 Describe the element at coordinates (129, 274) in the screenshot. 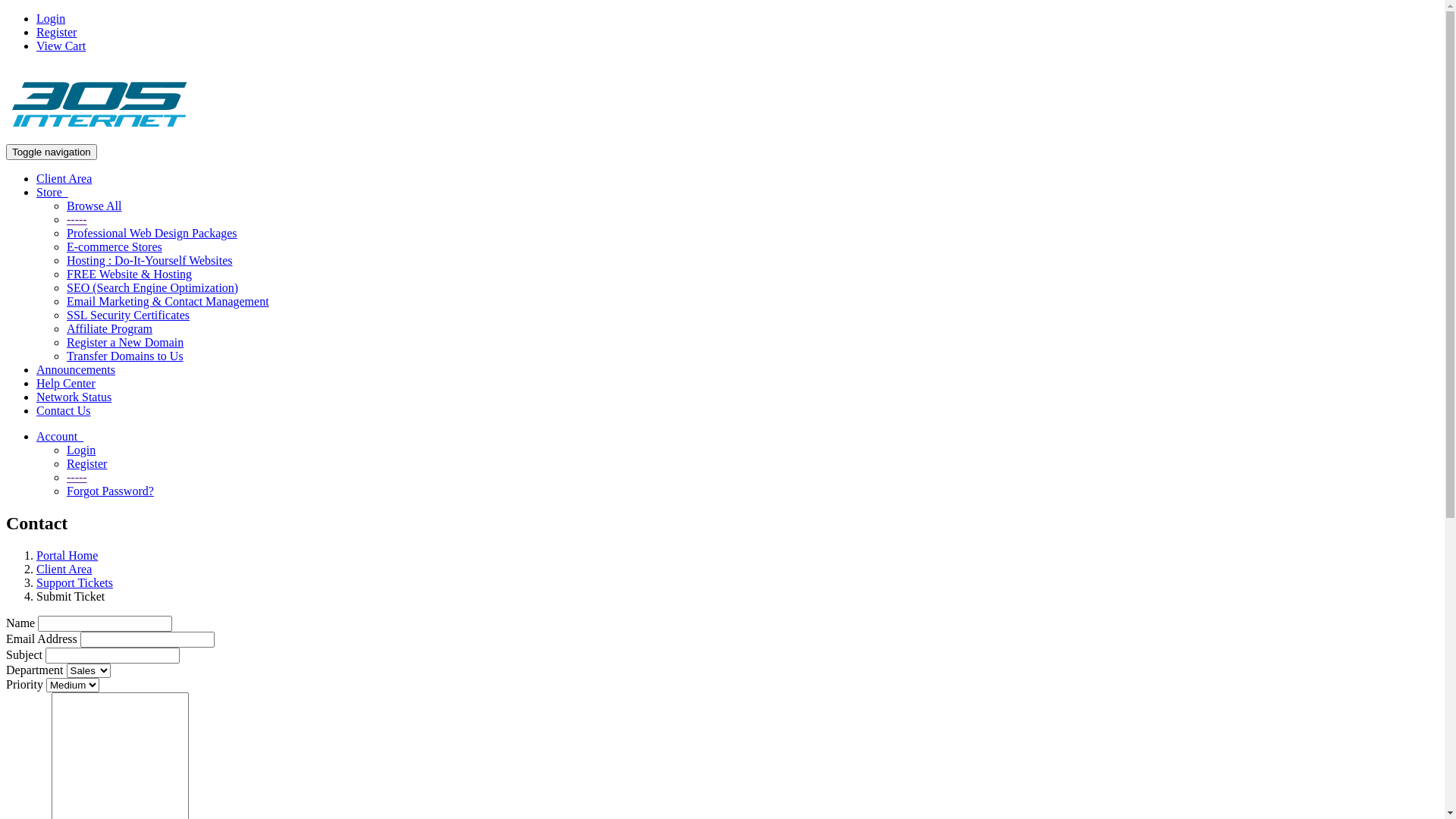

I see `'FREE Website & Hosting'` at that location.